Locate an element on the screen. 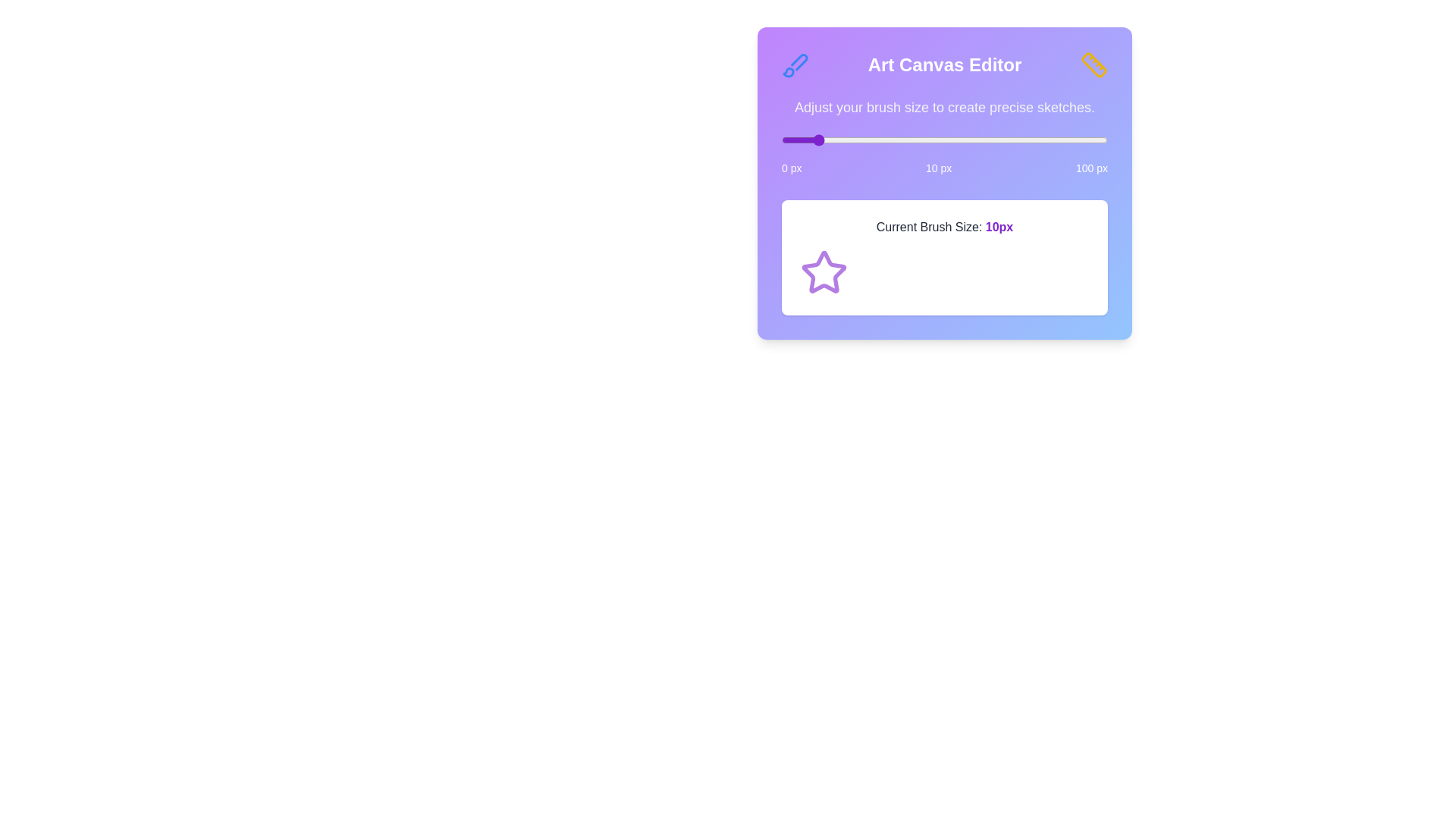  the Ruler icon to interact with it is located at coordinates (1094, 64).